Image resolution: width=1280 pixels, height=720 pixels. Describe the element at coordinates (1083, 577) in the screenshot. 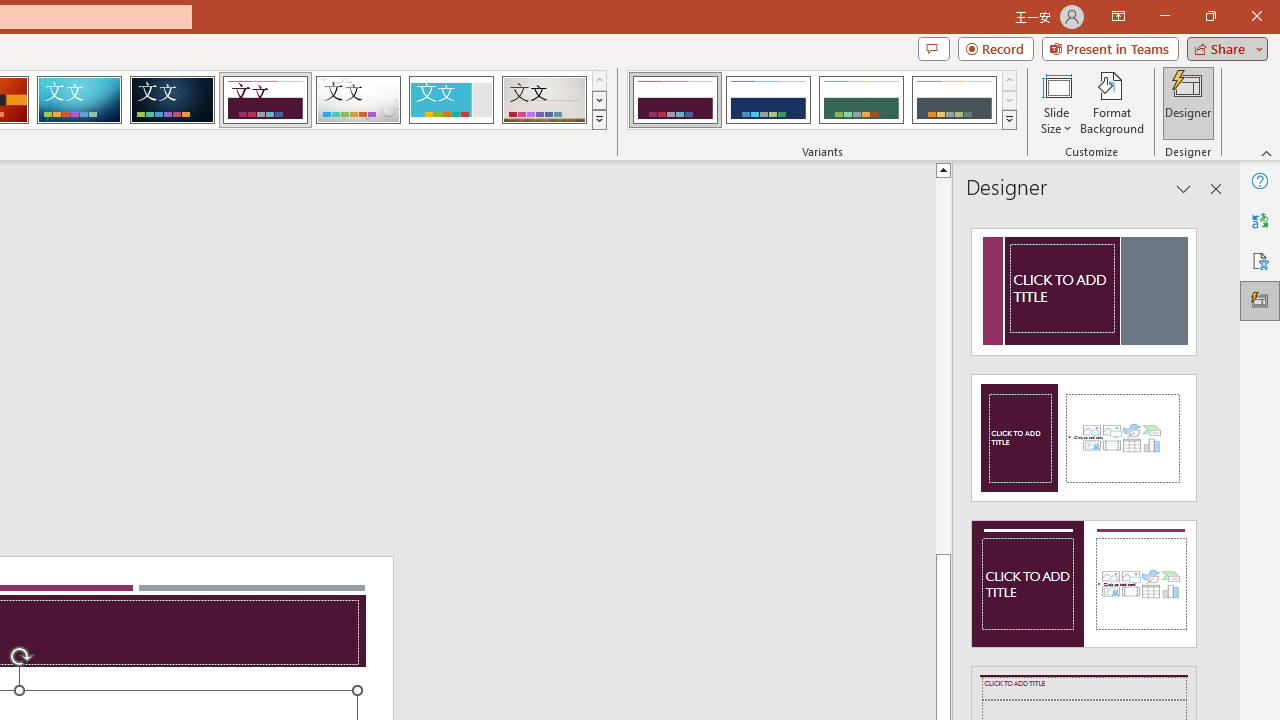

I see `'Design Idea'` at that location.